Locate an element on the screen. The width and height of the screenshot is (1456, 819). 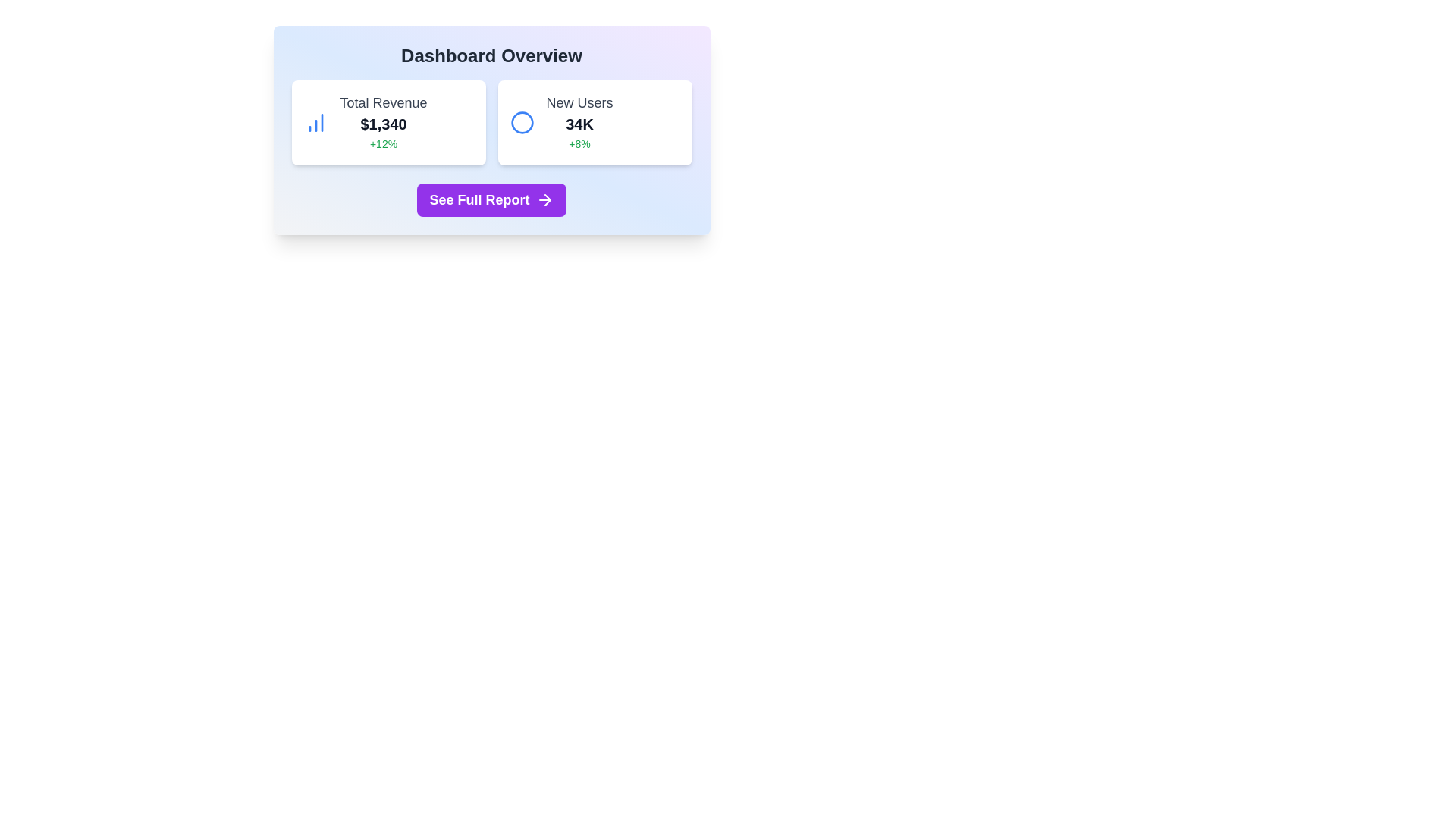
the text label indicating total revenue information, which is located above the text "$1,340" on the left side of the dashboard is located at coordinates (384, 102).